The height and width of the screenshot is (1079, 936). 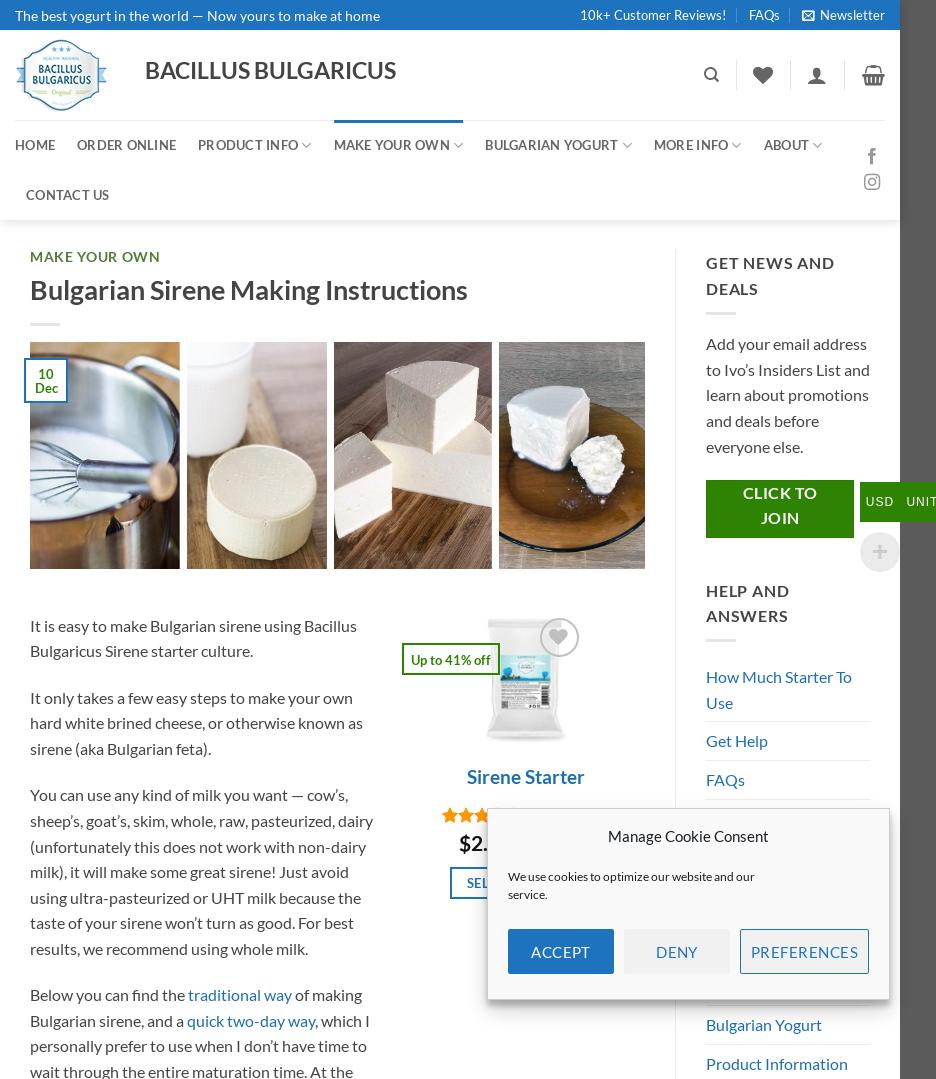 I want to click on 'Bulgarian Sirene Making Instructions', so click(x=29, y=288).